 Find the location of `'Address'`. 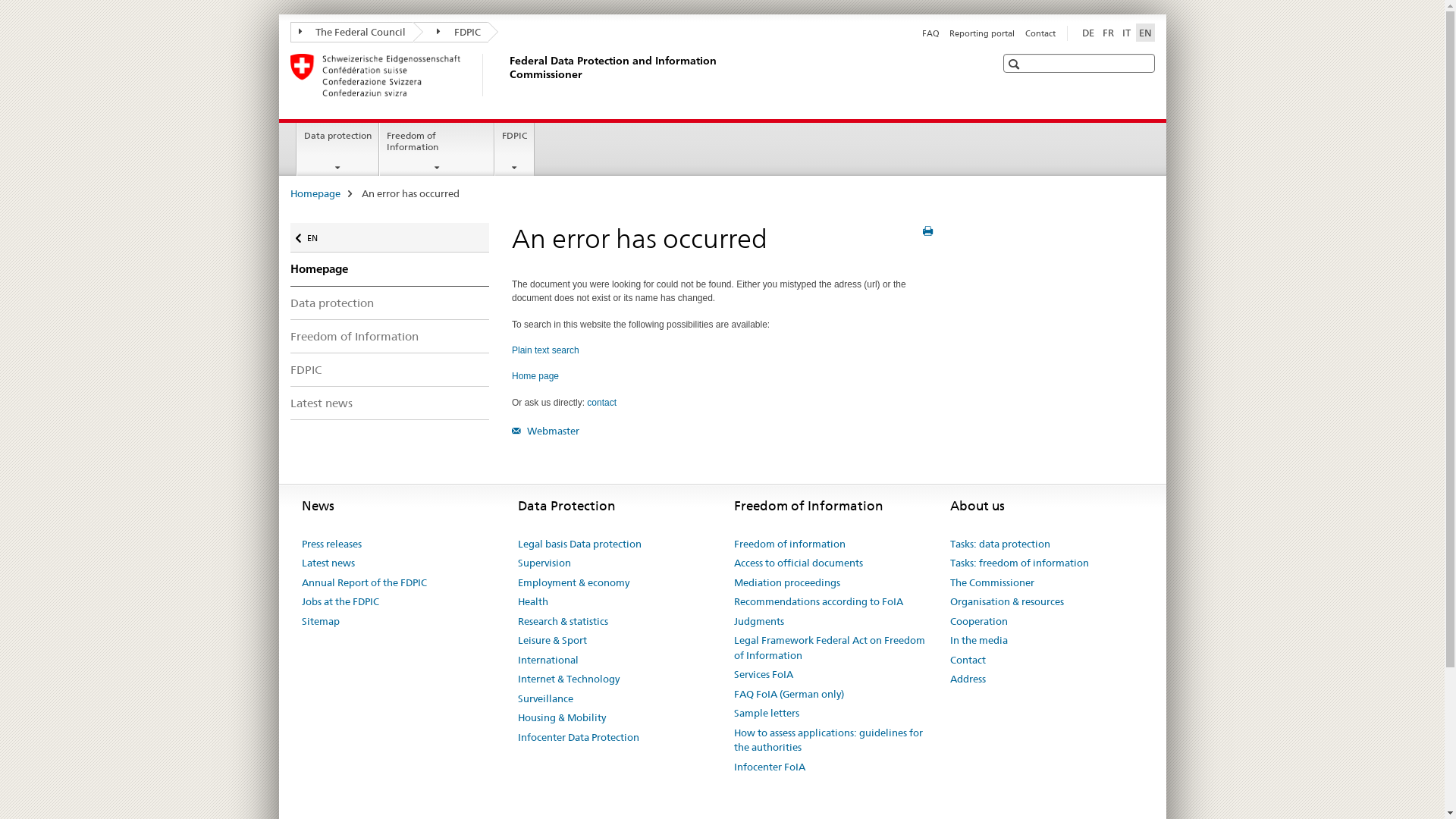

'Address' is located at coordinates (966, 678).